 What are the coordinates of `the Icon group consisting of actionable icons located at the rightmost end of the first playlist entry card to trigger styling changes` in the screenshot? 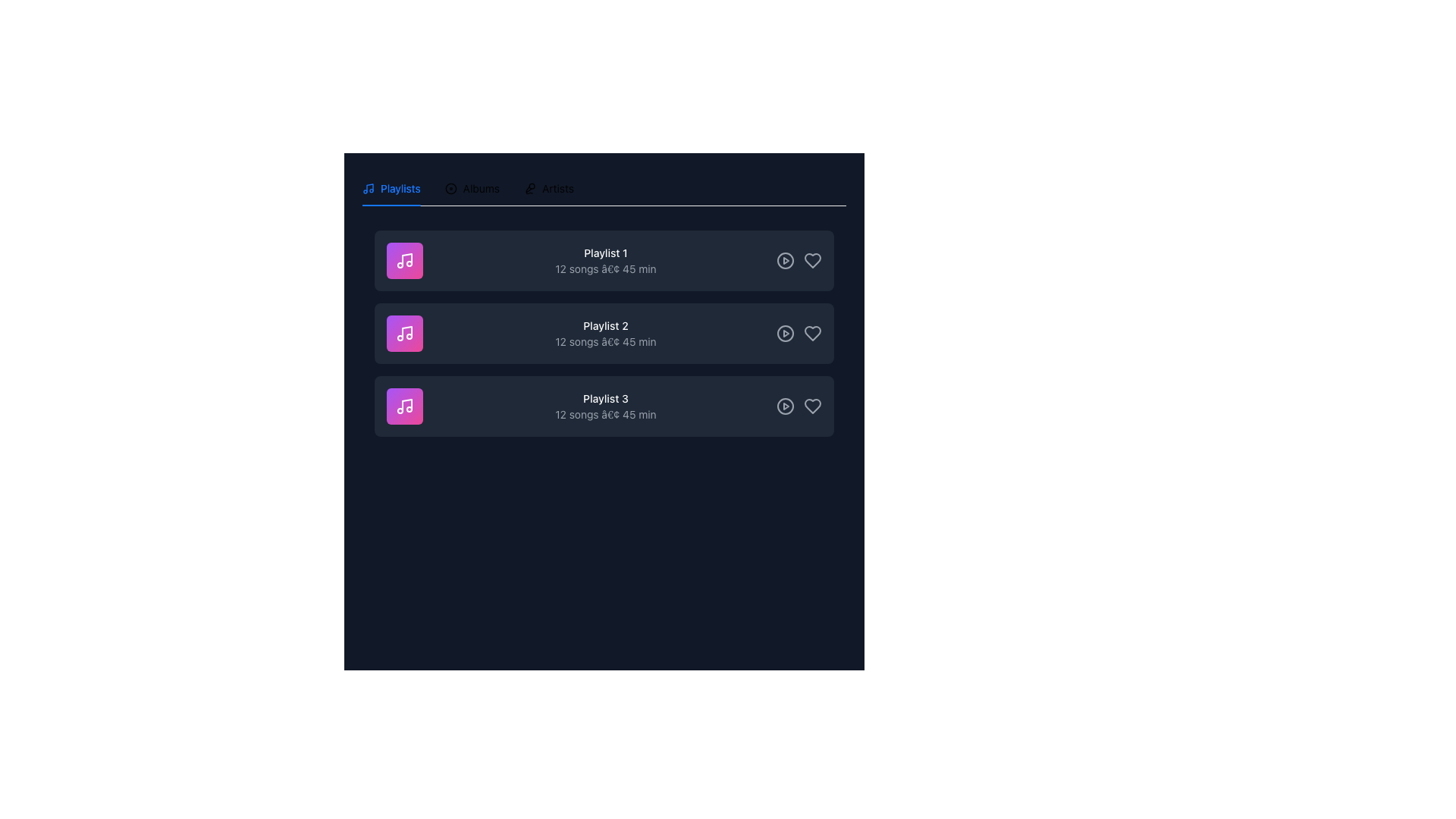 It's located at (799, 259).